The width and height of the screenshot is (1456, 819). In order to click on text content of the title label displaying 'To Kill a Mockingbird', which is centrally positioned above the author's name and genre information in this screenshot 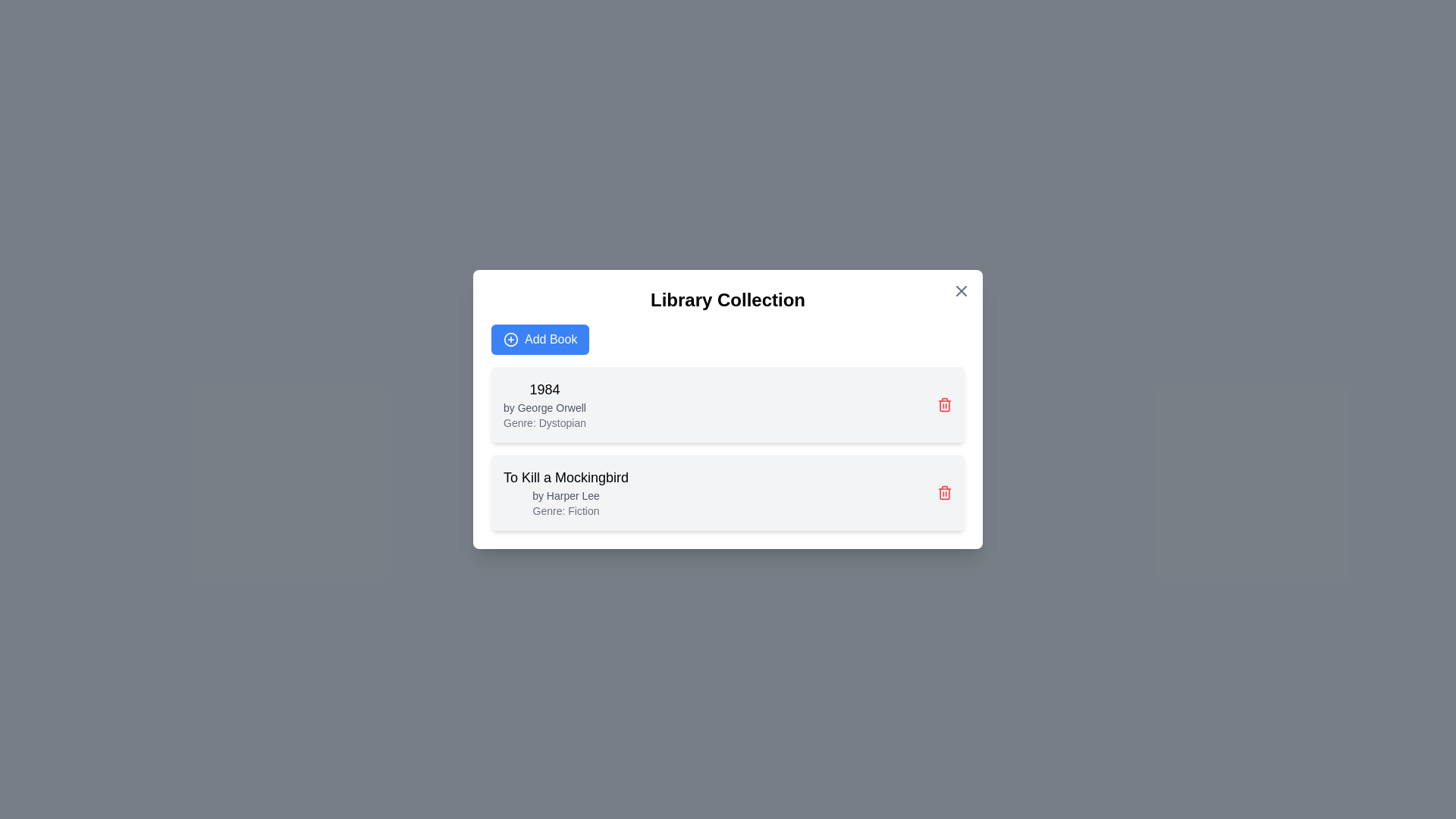, I will do `click(565, 476)`.